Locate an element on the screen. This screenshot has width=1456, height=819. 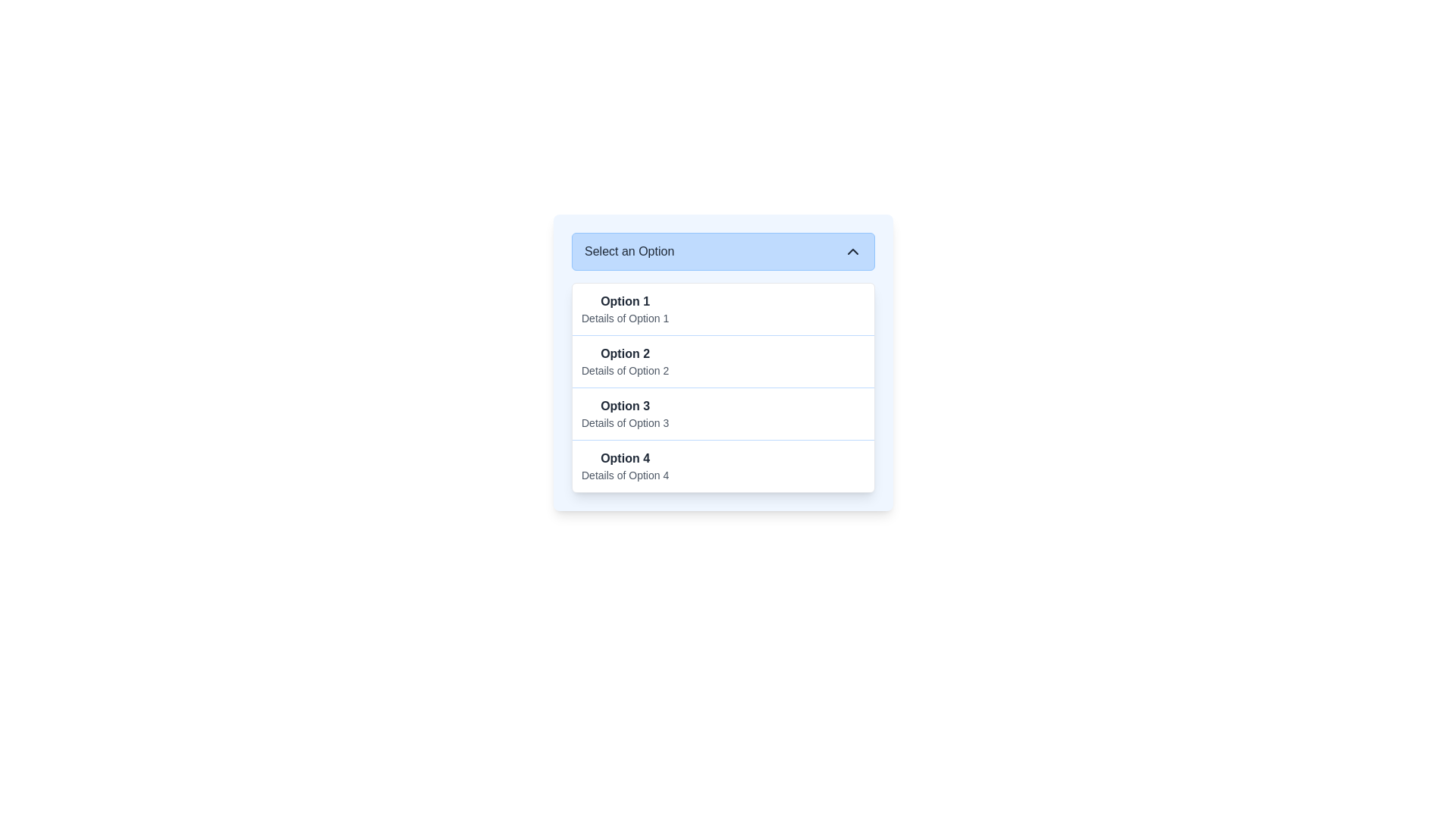
the text label displaying 'Option 2' in bold black font is located at coordinates (625, 353).